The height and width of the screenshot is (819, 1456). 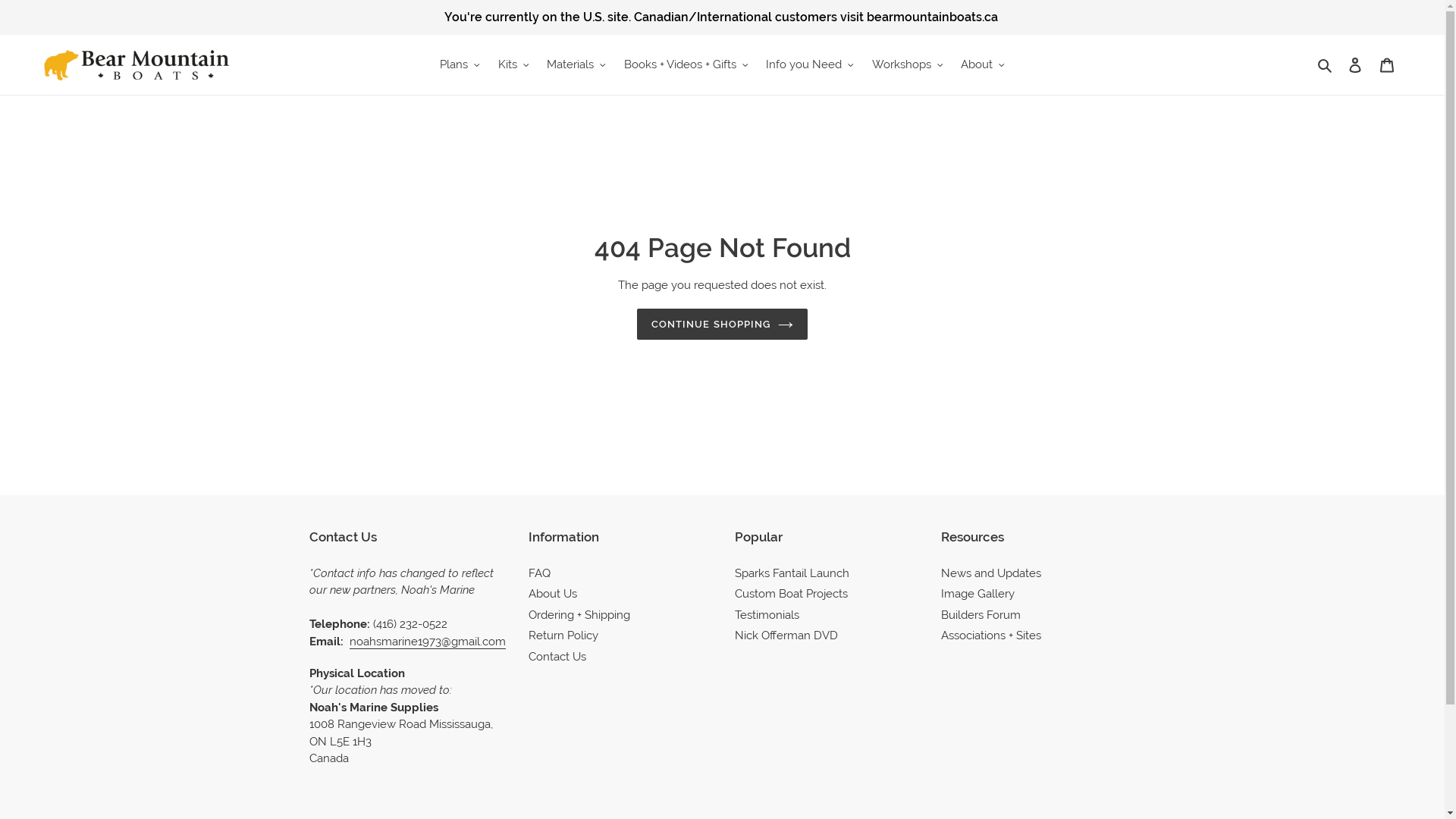 I want to click on 'Kits', so click(x=513, y=64).